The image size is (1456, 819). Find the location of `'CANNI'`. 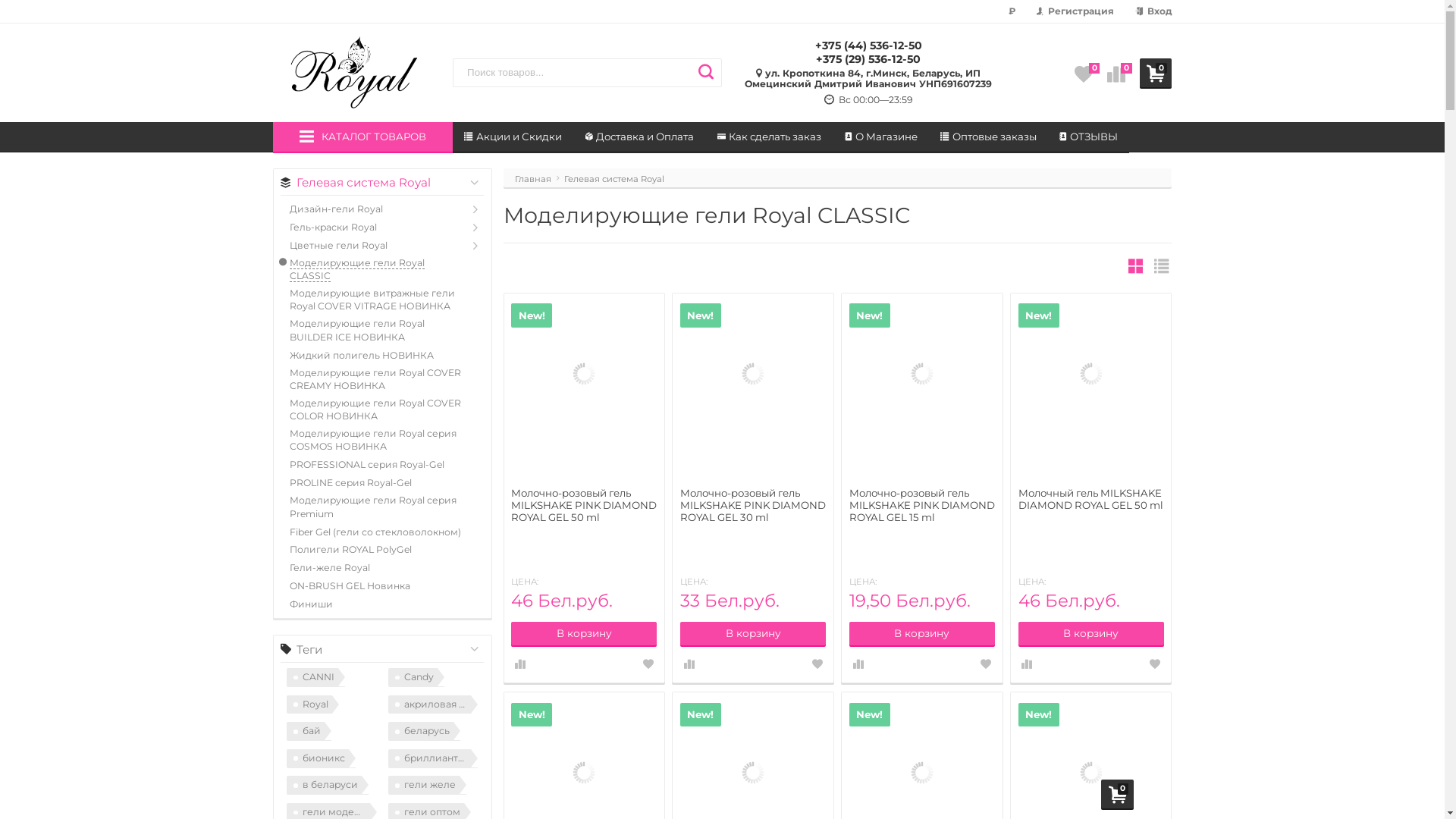

'CANNI' is located at coordinates (315, 676).